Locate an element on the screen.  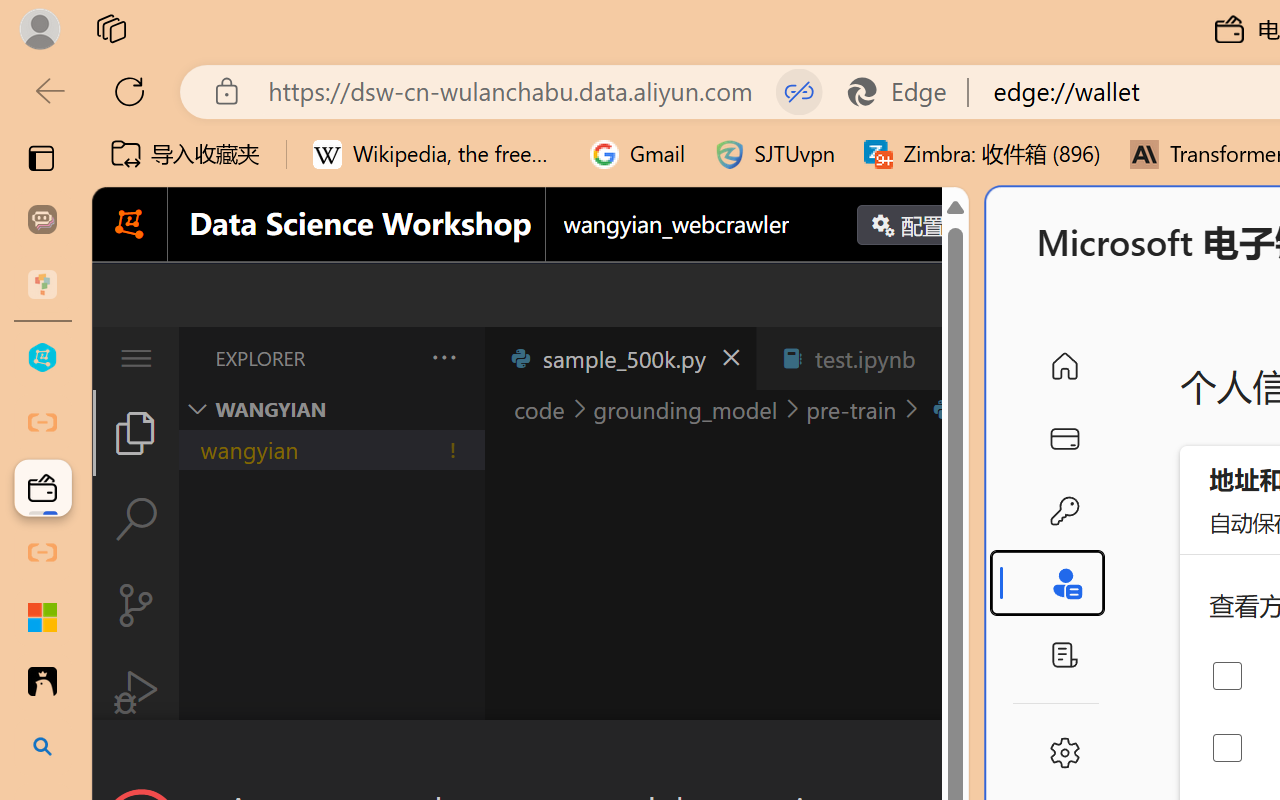
'Explorer actions' is located at coordinates (391, 358).